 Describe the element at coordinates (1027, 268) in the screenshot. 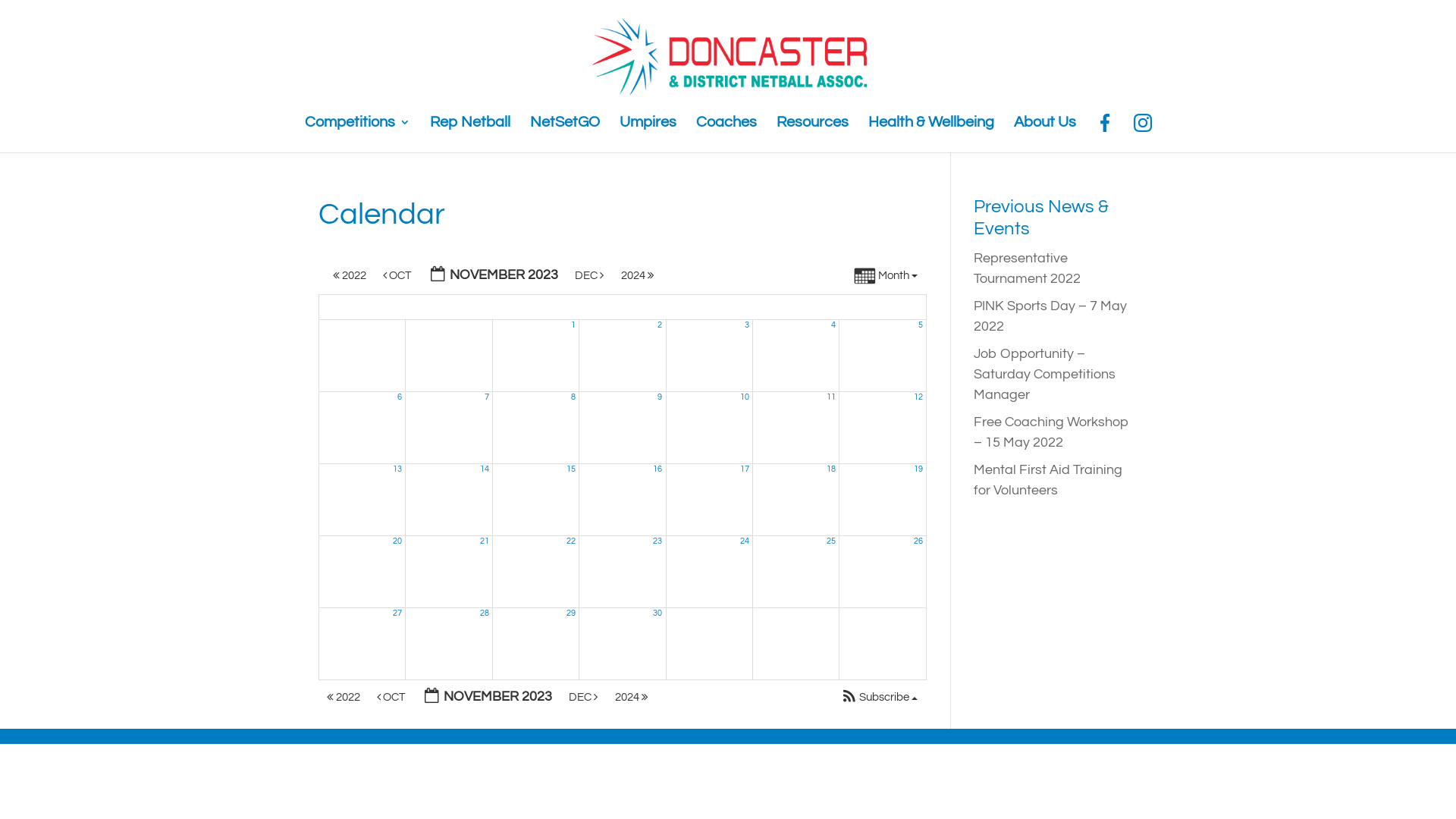

I see `'Representative Tournament 2022'` at that location.